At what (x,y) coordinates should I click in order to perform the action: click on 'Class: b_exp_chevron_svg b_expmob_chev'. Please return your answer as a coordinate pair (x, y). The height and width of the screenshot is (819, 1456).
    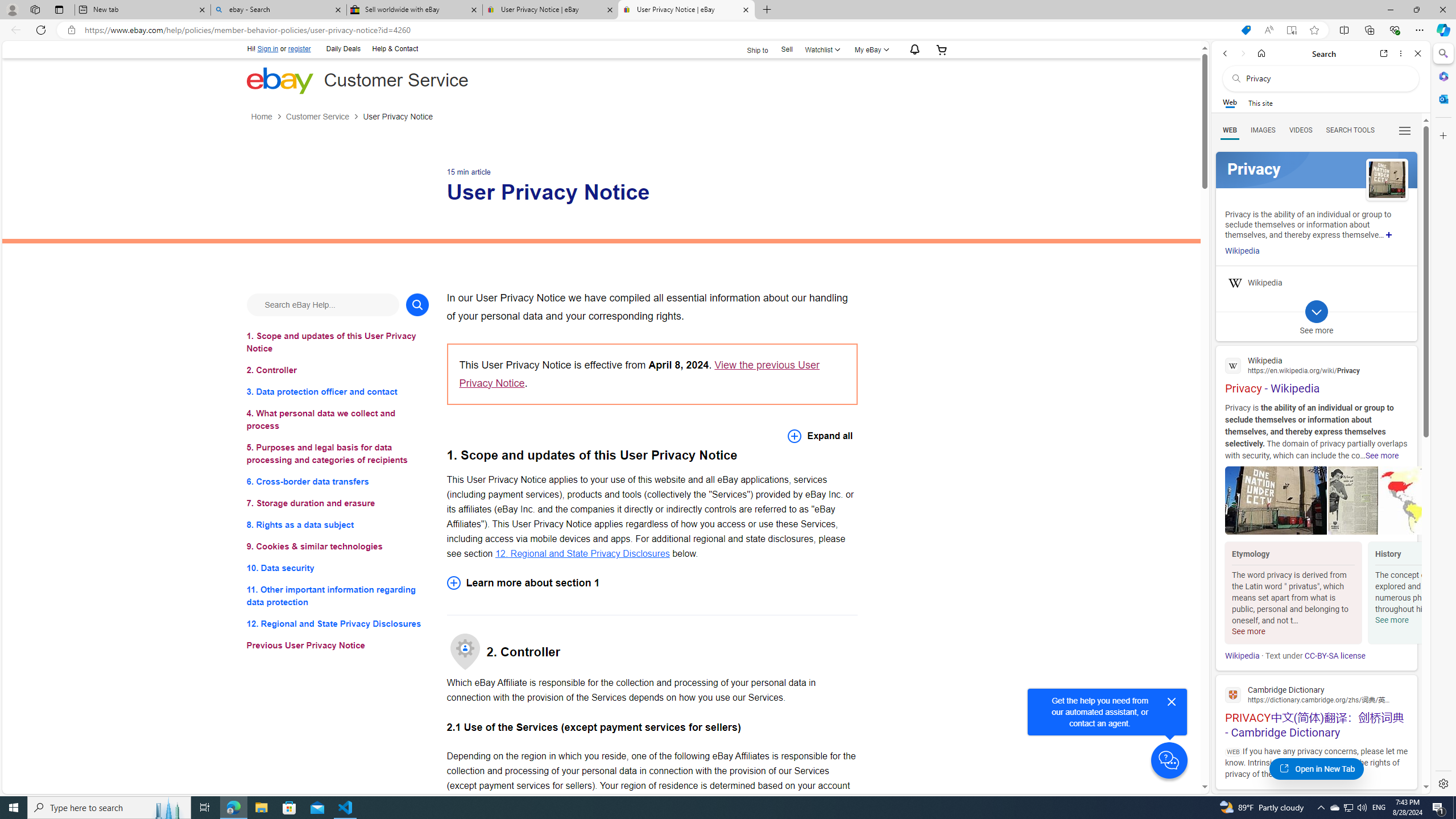
    Looking at the image, I should click on (1316, 311).